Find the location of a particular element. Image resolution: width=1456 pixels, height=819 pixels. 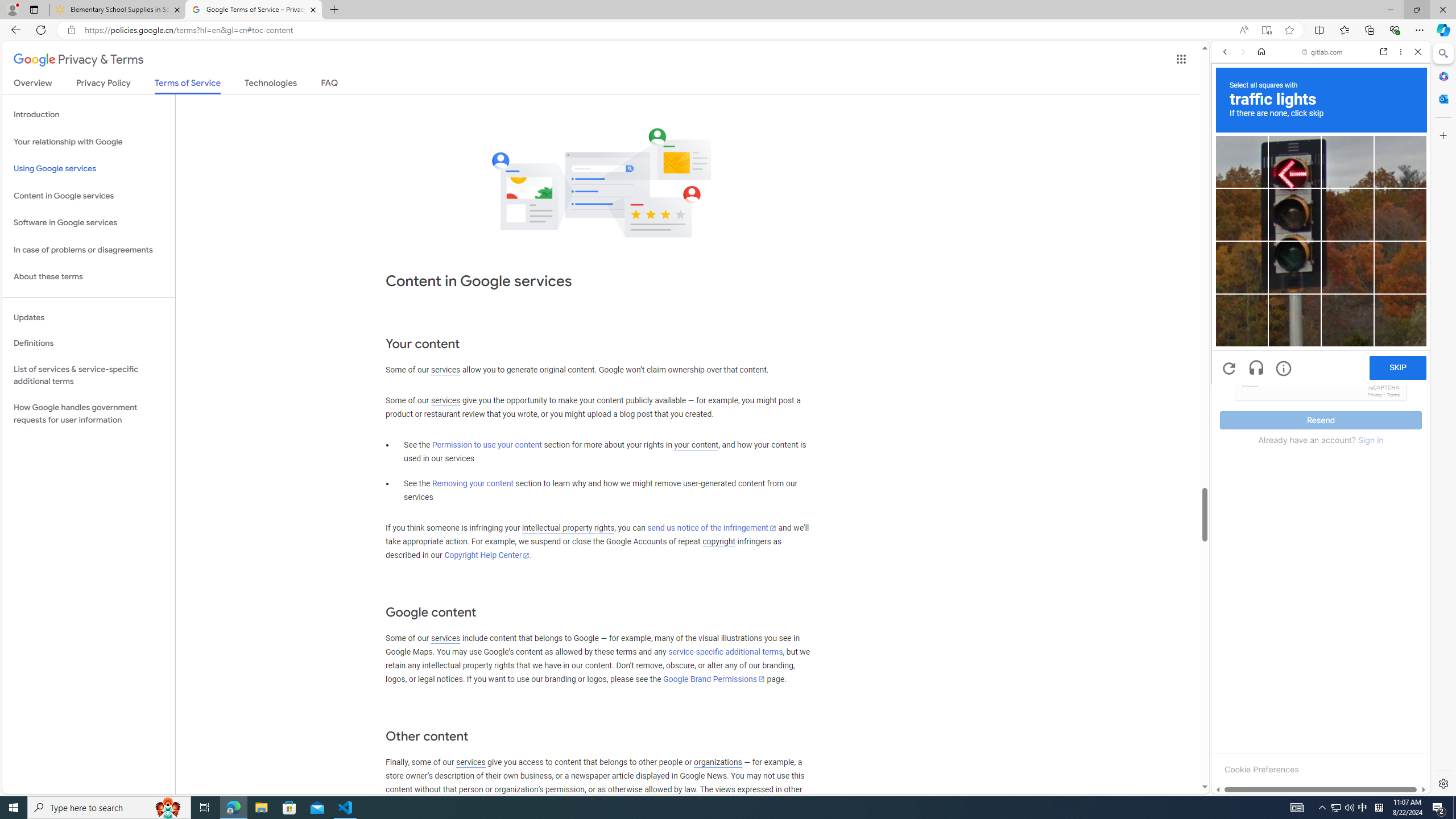

'gitlab.com' is located at coordinates (1323, 52).